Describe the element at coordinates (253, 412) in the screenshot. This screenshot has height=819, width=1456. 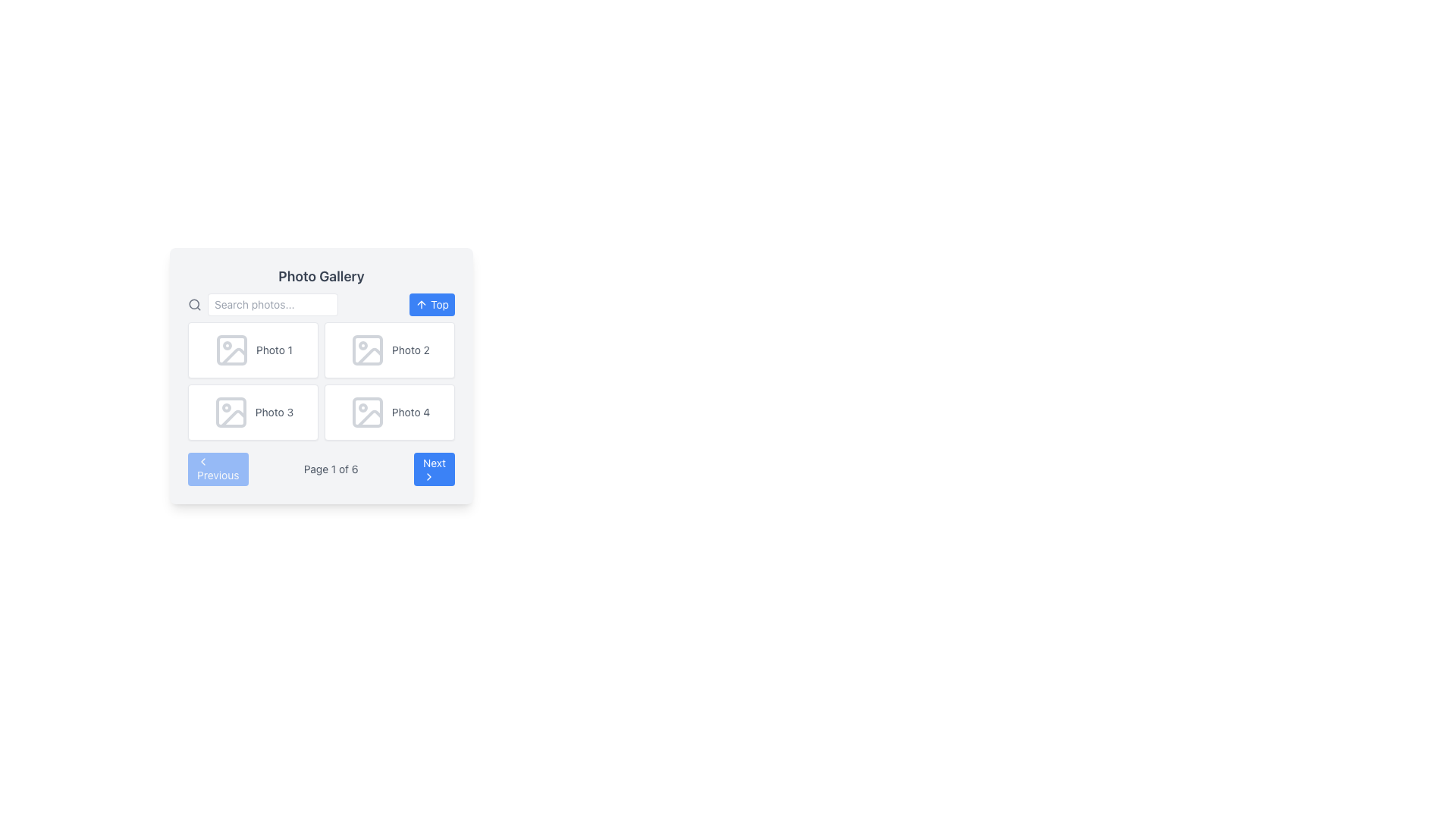
I see `the button labeled 'Photo 3' which features a gray icon resembling a photo, located in the second row and first column of the grid` at that location.